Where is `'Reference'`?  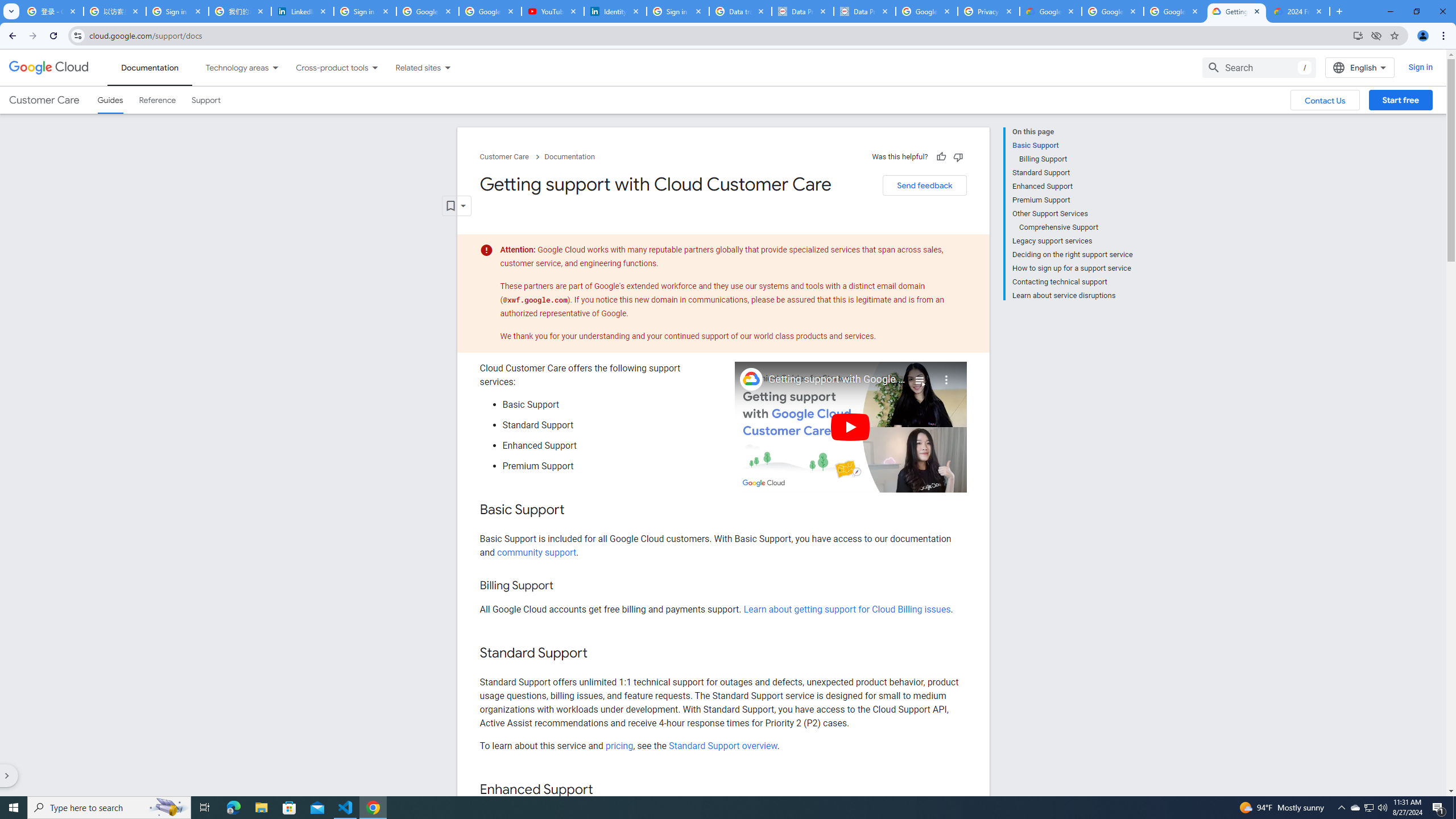
'Reference' is located at coordinates (158, 100).